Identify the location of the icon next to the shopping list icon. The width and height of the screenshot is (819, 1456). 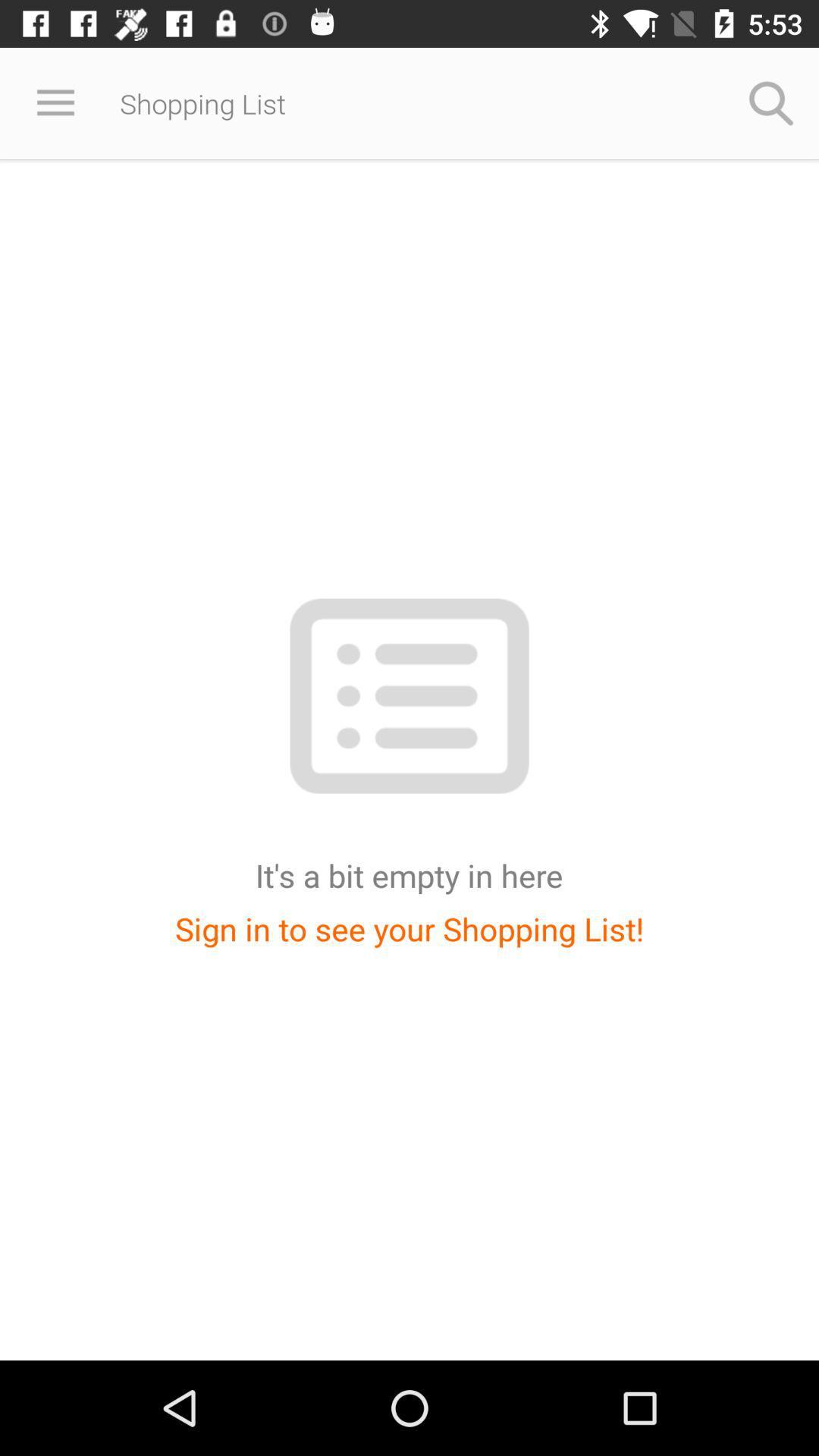
(771, 102).